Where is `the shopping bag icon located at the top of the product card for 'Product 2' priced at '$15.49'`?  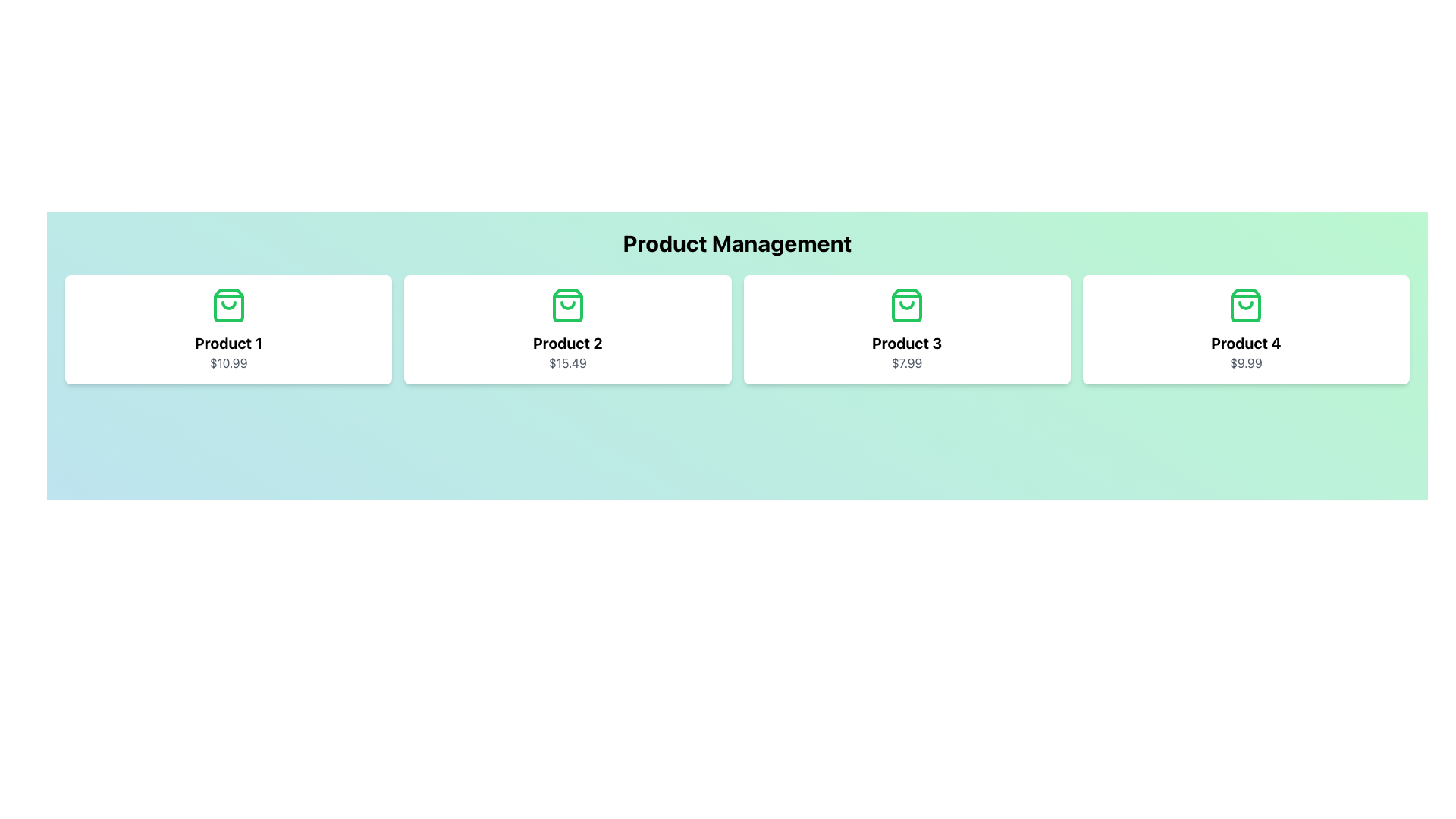
the shopping bag icon located at the top of the product card for 'Product 2' priced at '$15.49' is located at coordinates (566, 305).